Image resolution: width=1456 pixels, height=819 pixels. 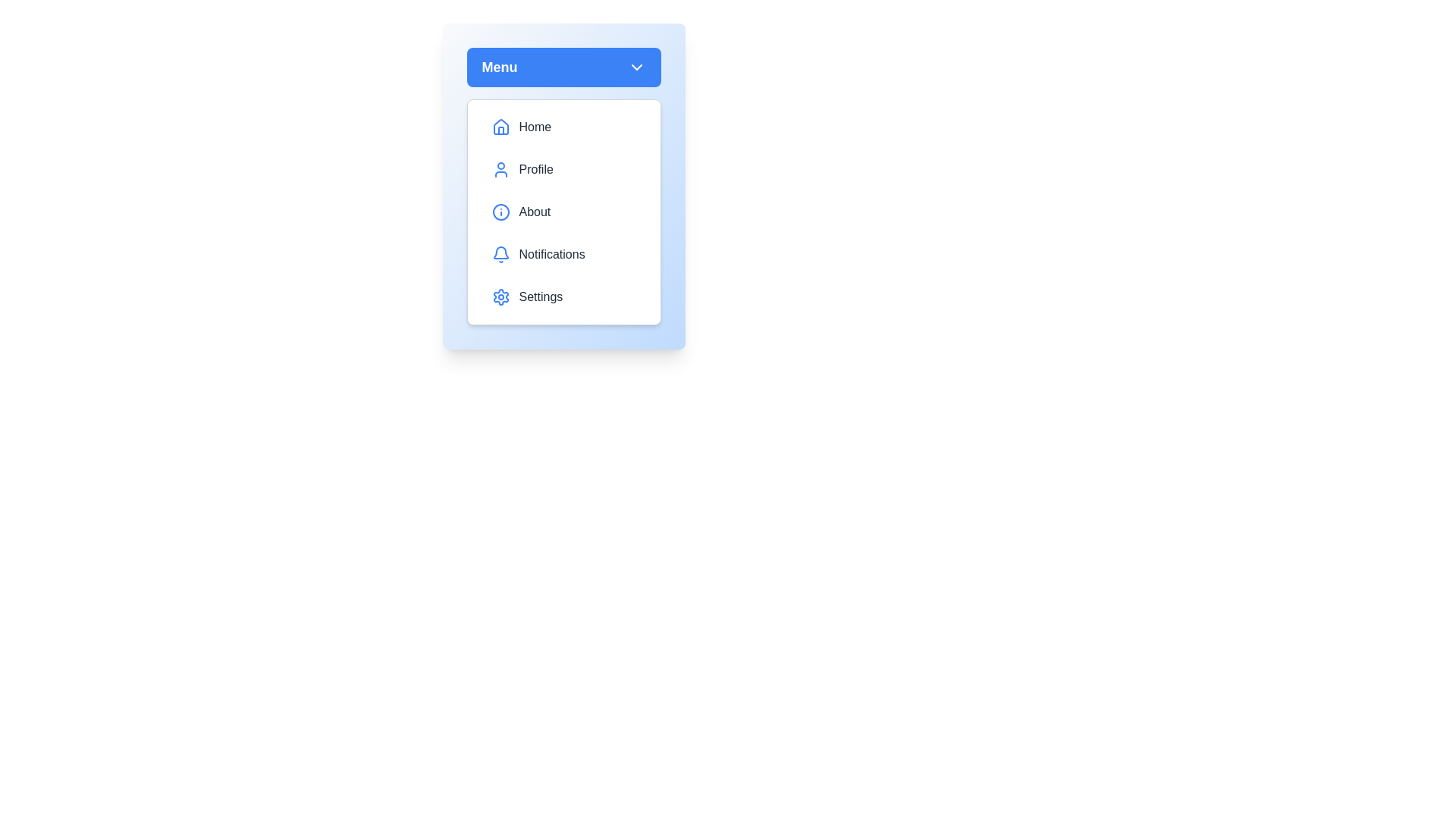 What do you see at coordinates (563, 253) in the screenshot?
I see `the menu option Notifications to highlight it` at bounding box center [563, 253].